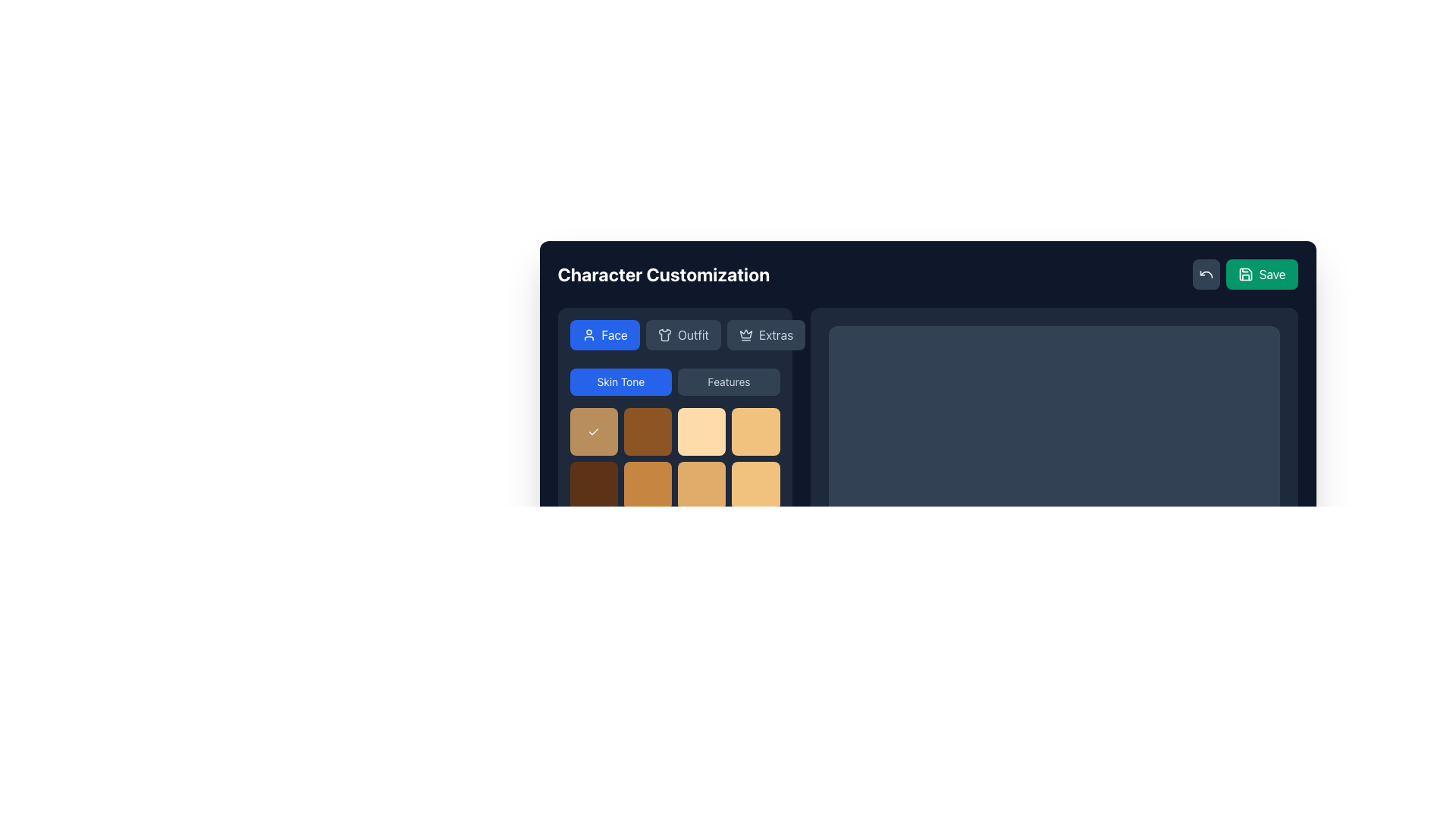 The height and width of the screenshot is (819, 1456). Describe the element at coordinates (701, 431) in the screenshot. I see `the selectable option button in the third column of the first row within the 'Skin Tone' section of the character customization interface` at that location.